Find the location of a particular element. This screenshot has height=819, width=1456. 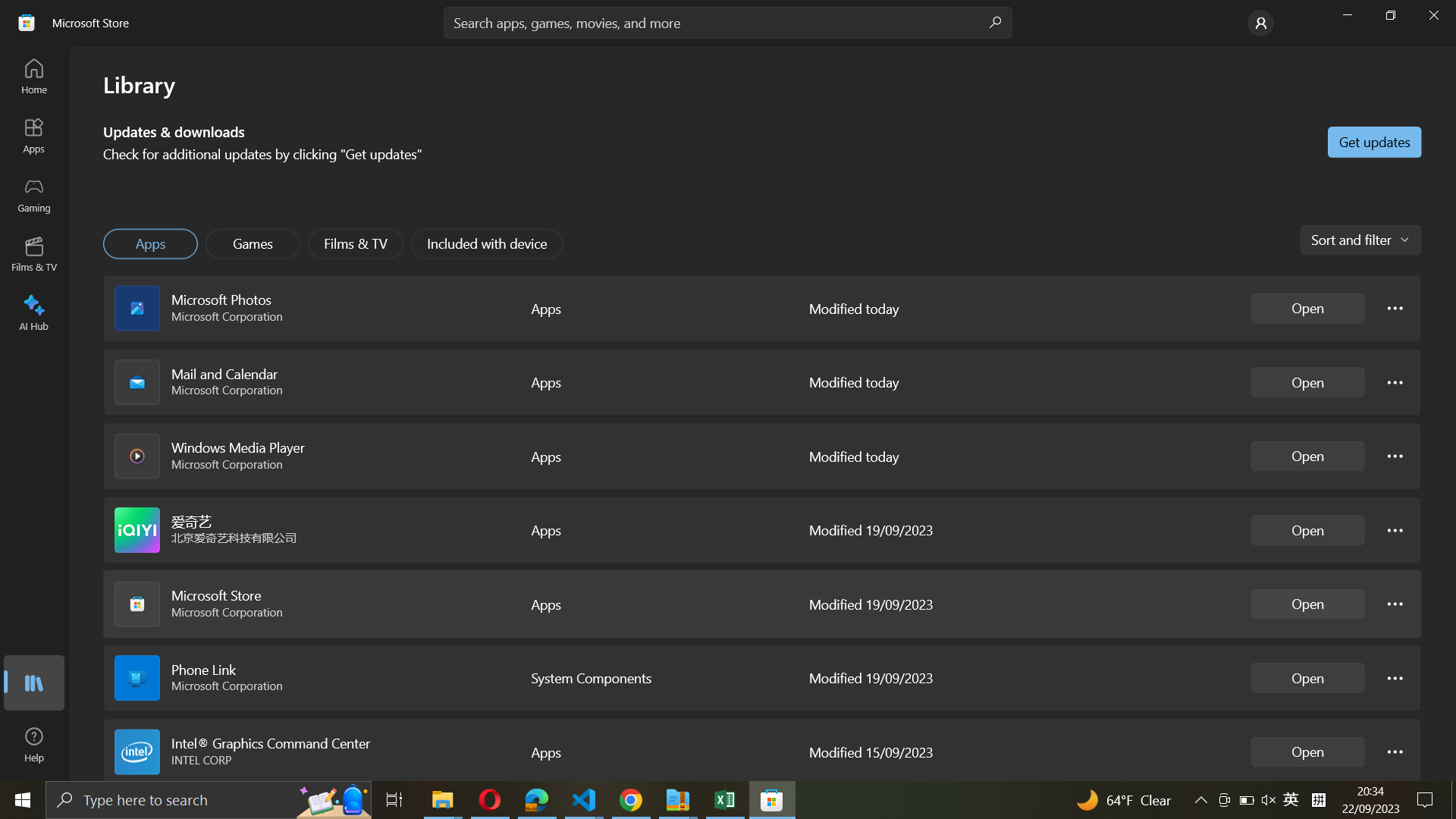

Windows media player is located at coordinates (1307, 454).